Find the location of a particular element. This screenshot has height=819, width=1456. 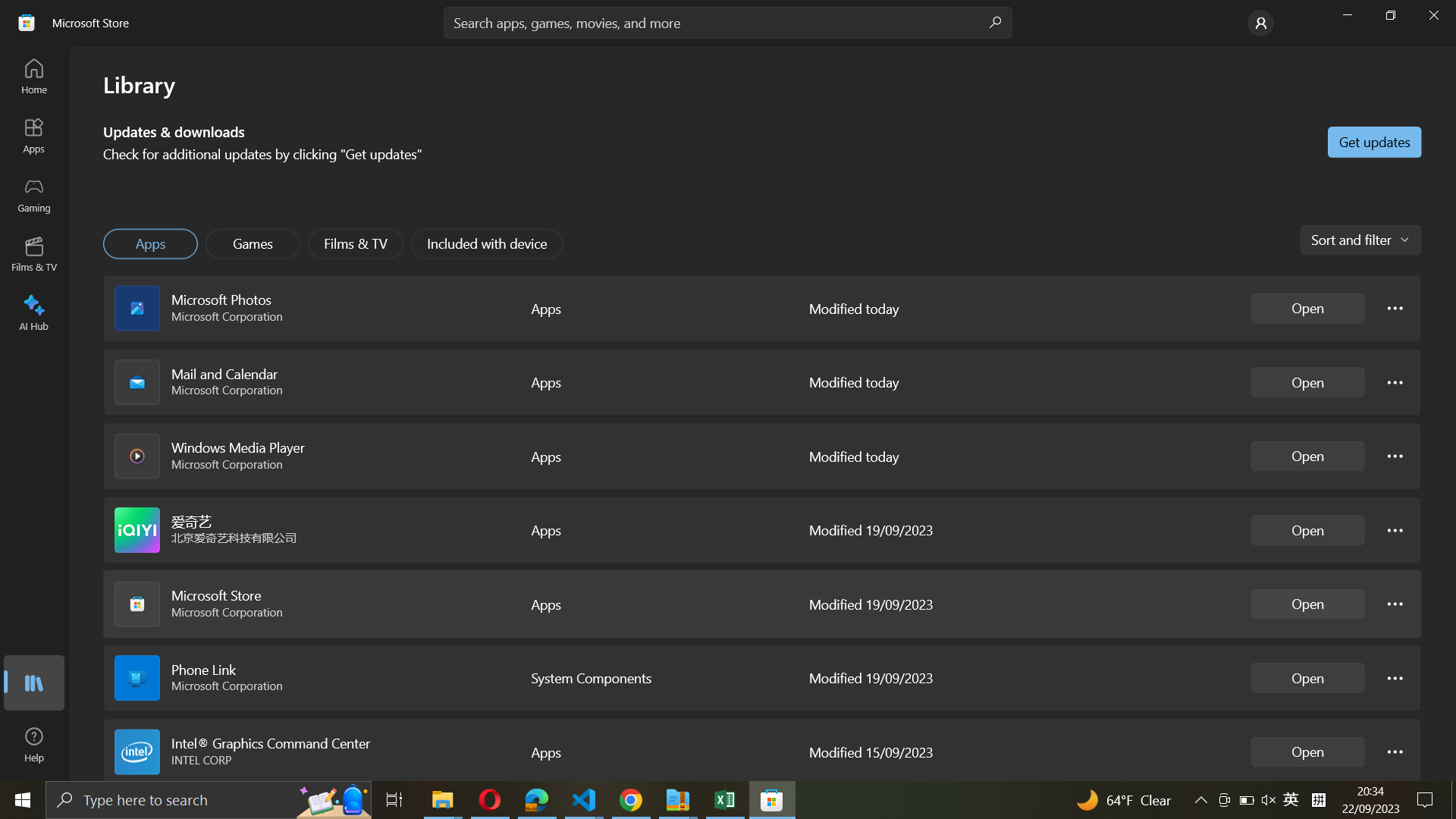

Windows media player is located at coordinates (1307, 454).